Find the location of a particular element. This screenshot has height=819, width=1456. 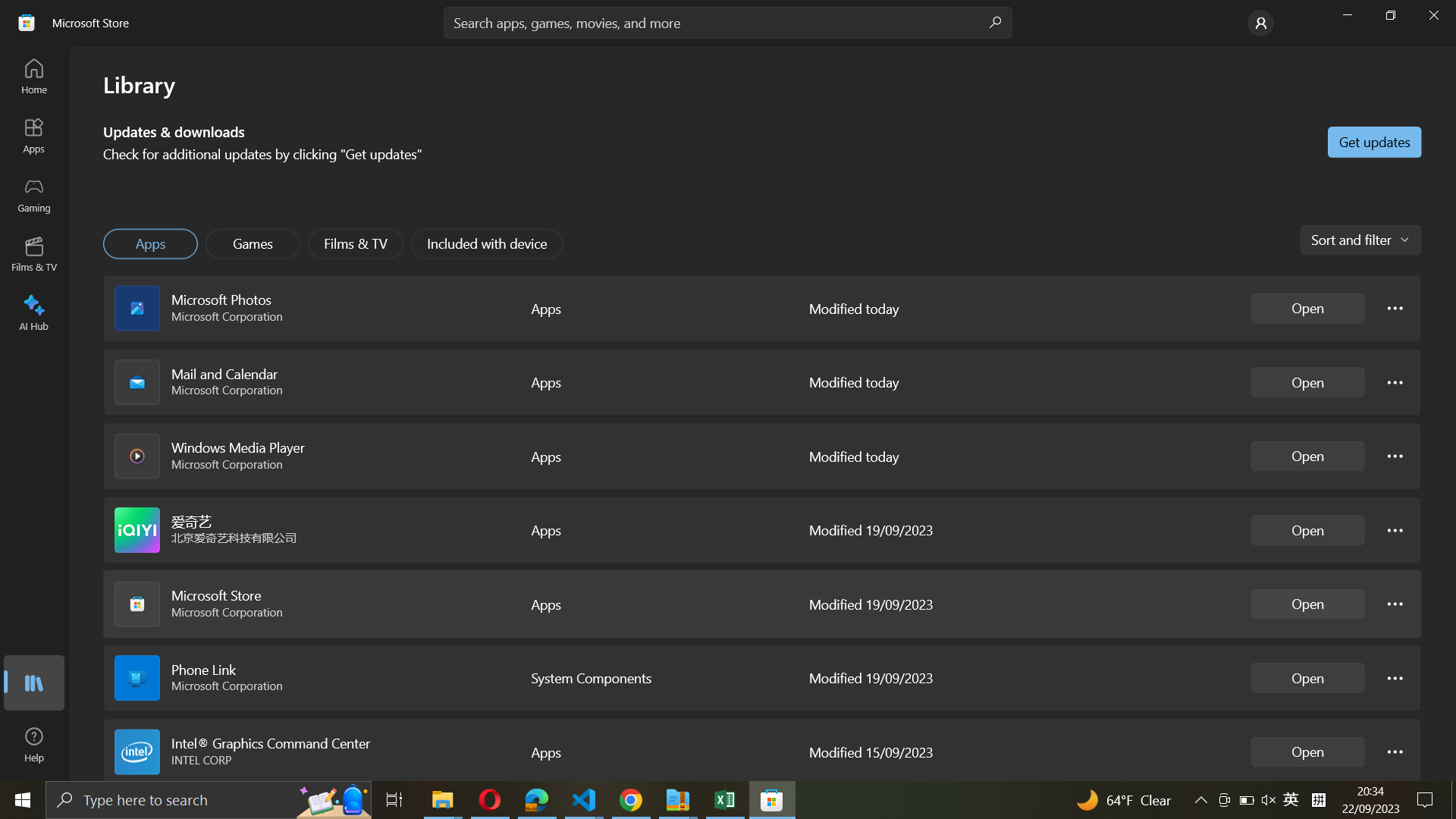

Windows media player is located at coordinates (1307, 454).